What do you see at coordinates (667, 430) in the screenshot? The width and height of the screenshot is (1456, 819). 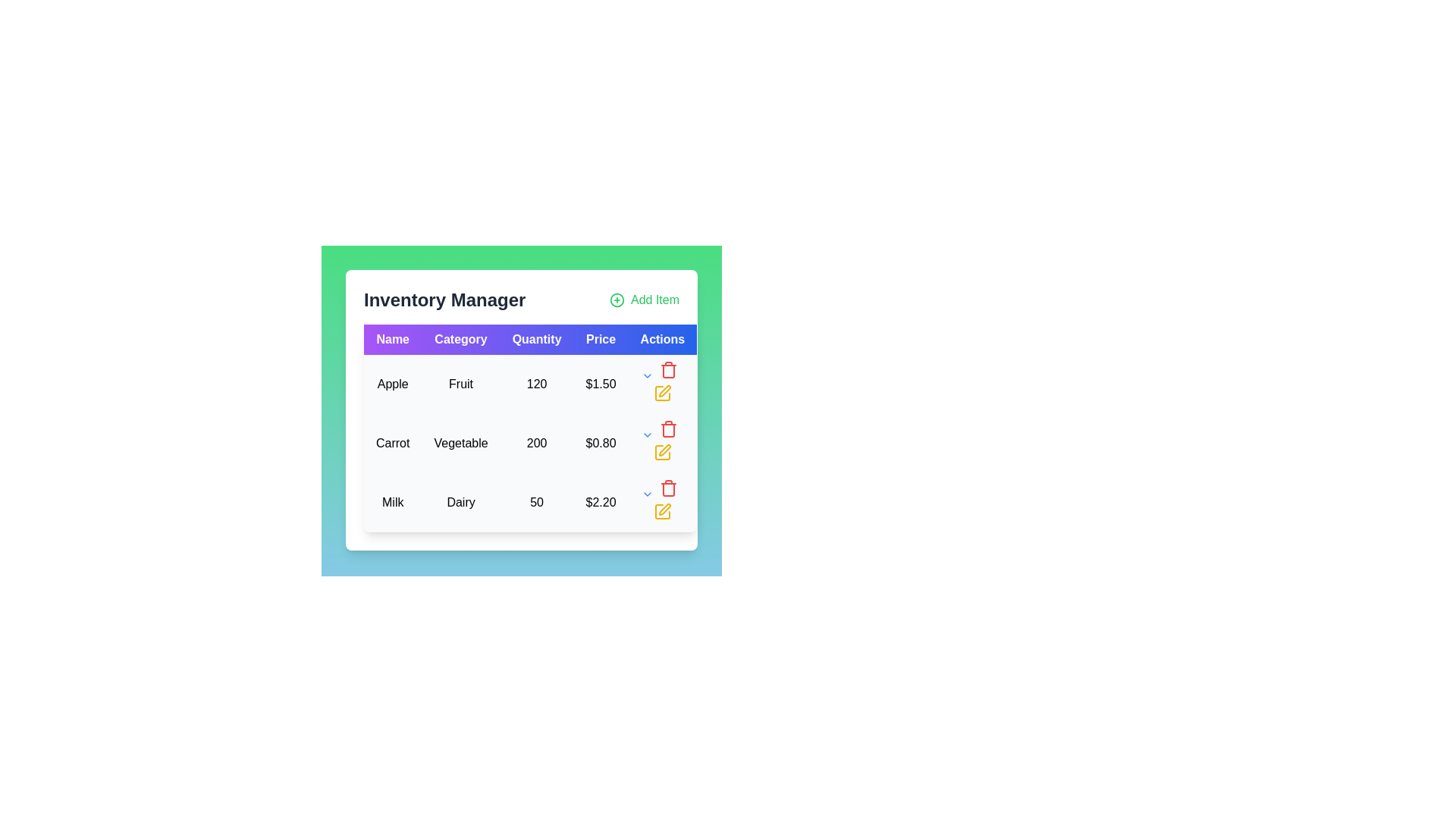 I see `the trash can icon` at bounding box center [667, 430].